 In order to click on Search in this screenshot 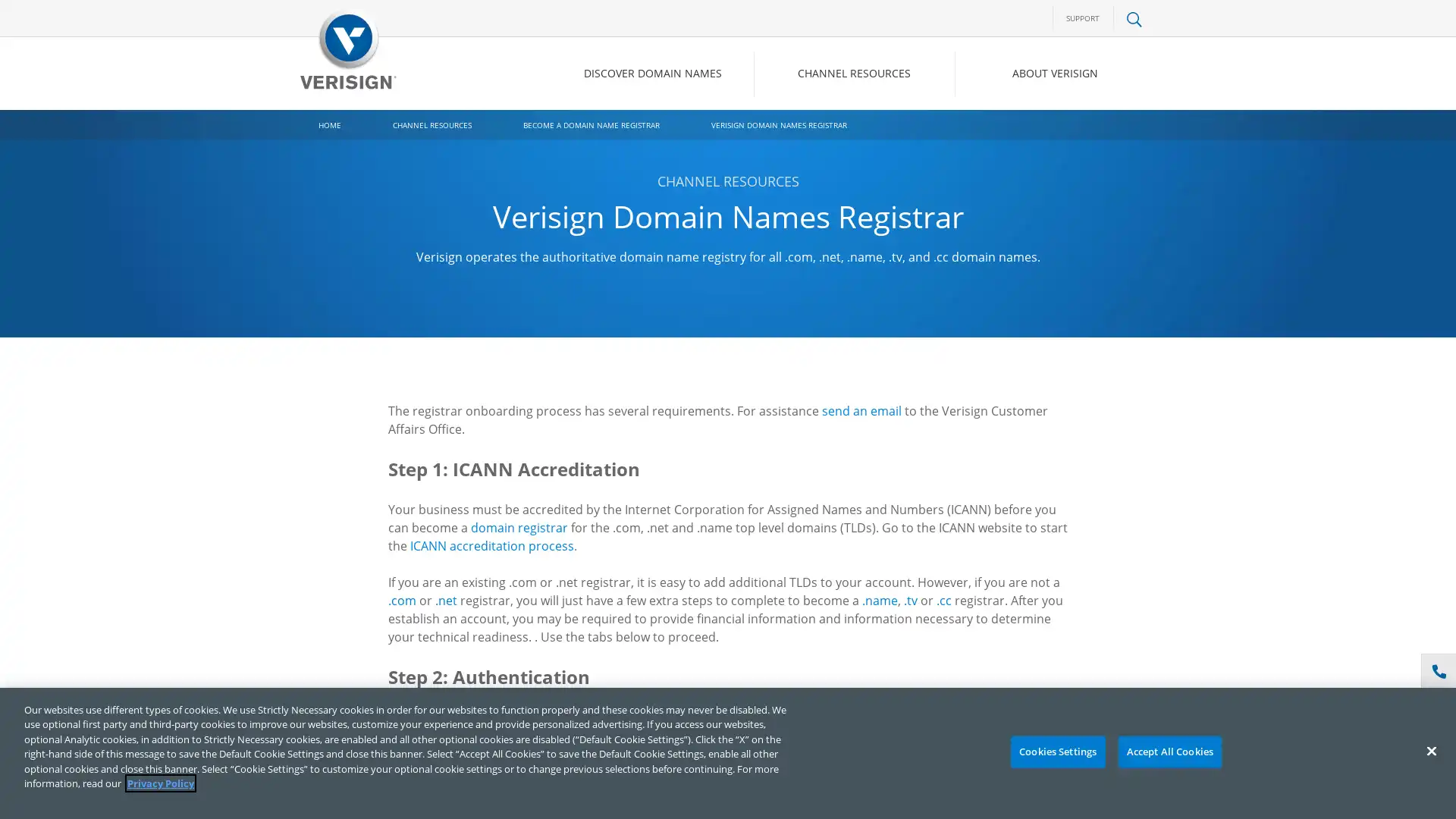, I will do `click(1012, 137)`.